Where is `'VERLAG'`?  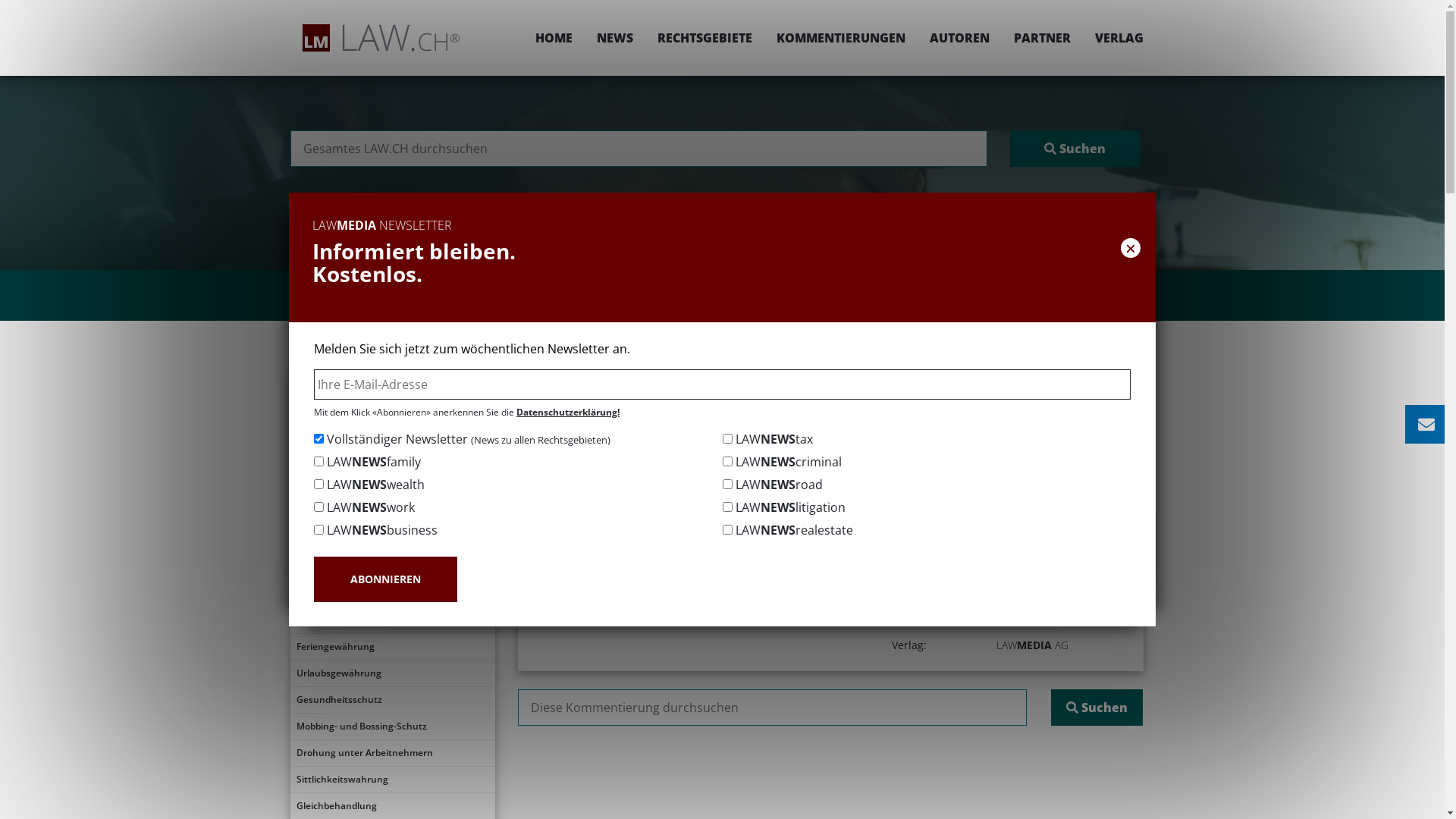
'VERLAG' is located at coordinates (1113, 37).